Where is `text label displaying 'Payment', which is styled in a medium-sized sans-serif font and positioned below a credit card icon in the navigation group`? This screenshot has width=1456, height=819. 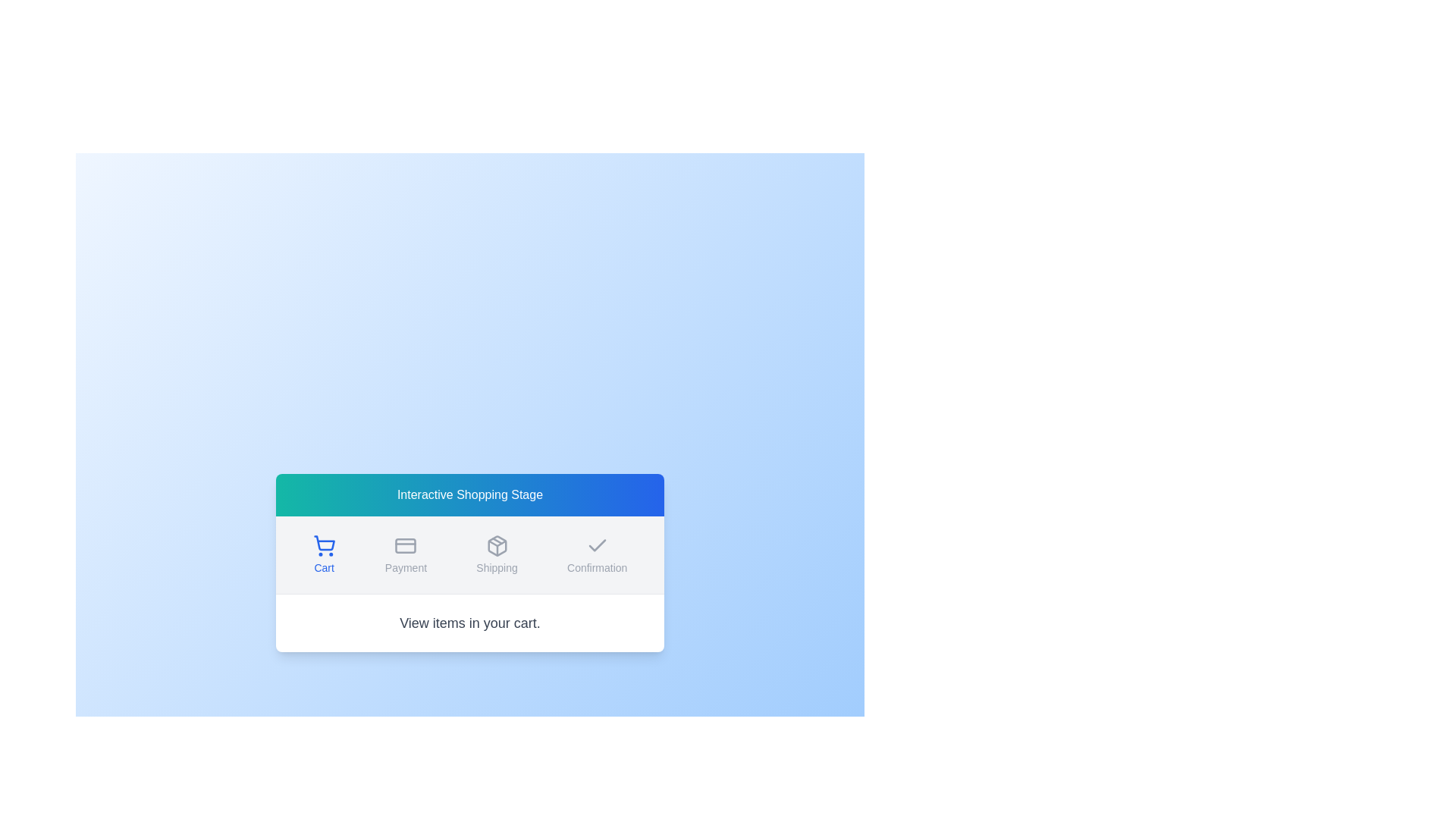
text label displaying 'Payment', which is styled in a medium-sized sans-serif font and positioned below a credit card icon in the navigation group is located at coordinates (406, 567).